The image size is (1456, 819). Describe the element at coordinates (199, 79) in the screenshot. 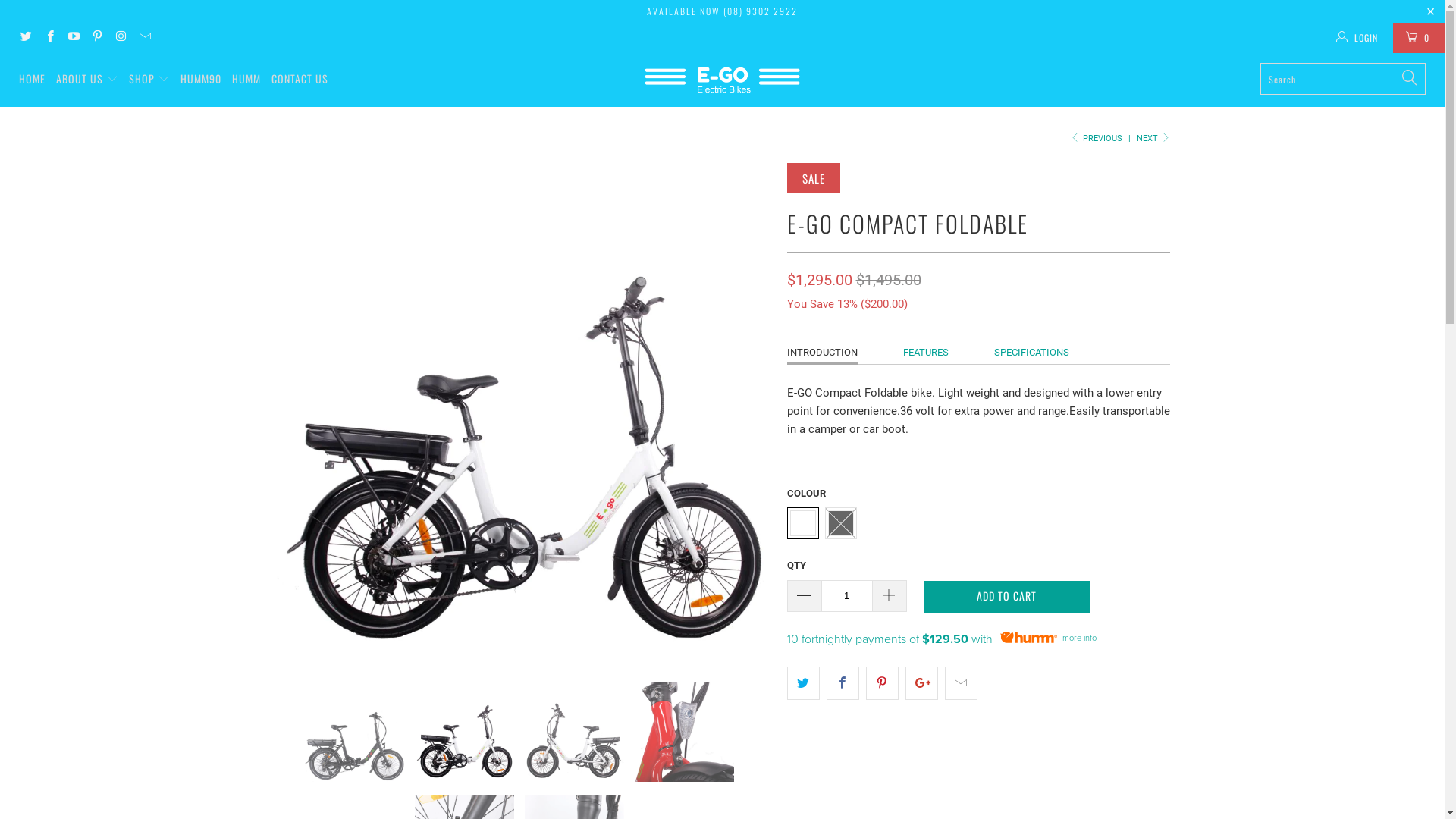

I see `'HUMM90'` at that location.